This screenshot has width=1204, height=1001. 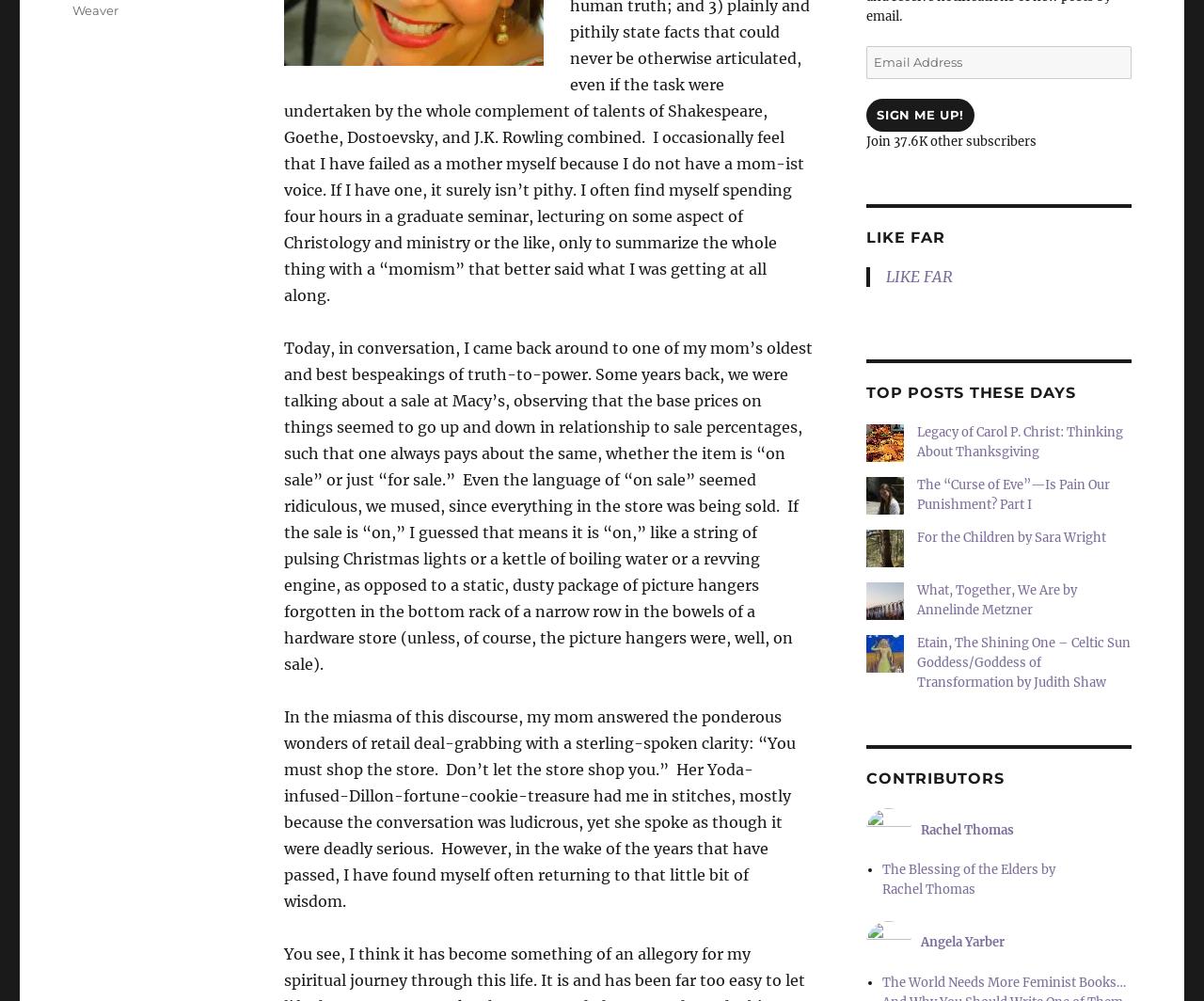 I want to click on 'Legacy of Carol P. Christ: Thinking About Thanksgiving', so click(x=1019, y=441).